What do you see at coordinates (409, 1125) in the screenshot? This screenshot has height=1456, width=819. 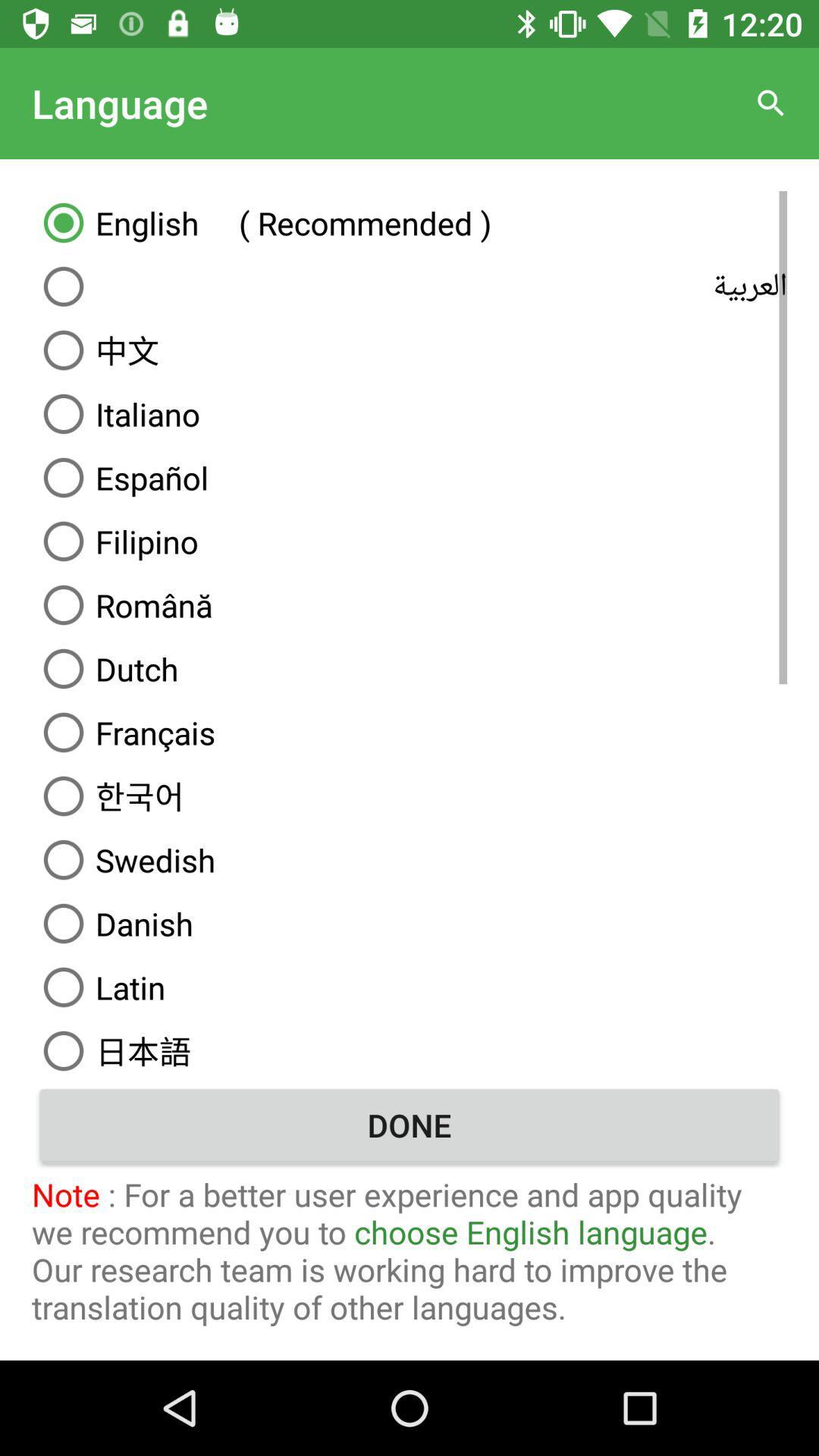 I see `done icon` at bounding box center [409, 1125].